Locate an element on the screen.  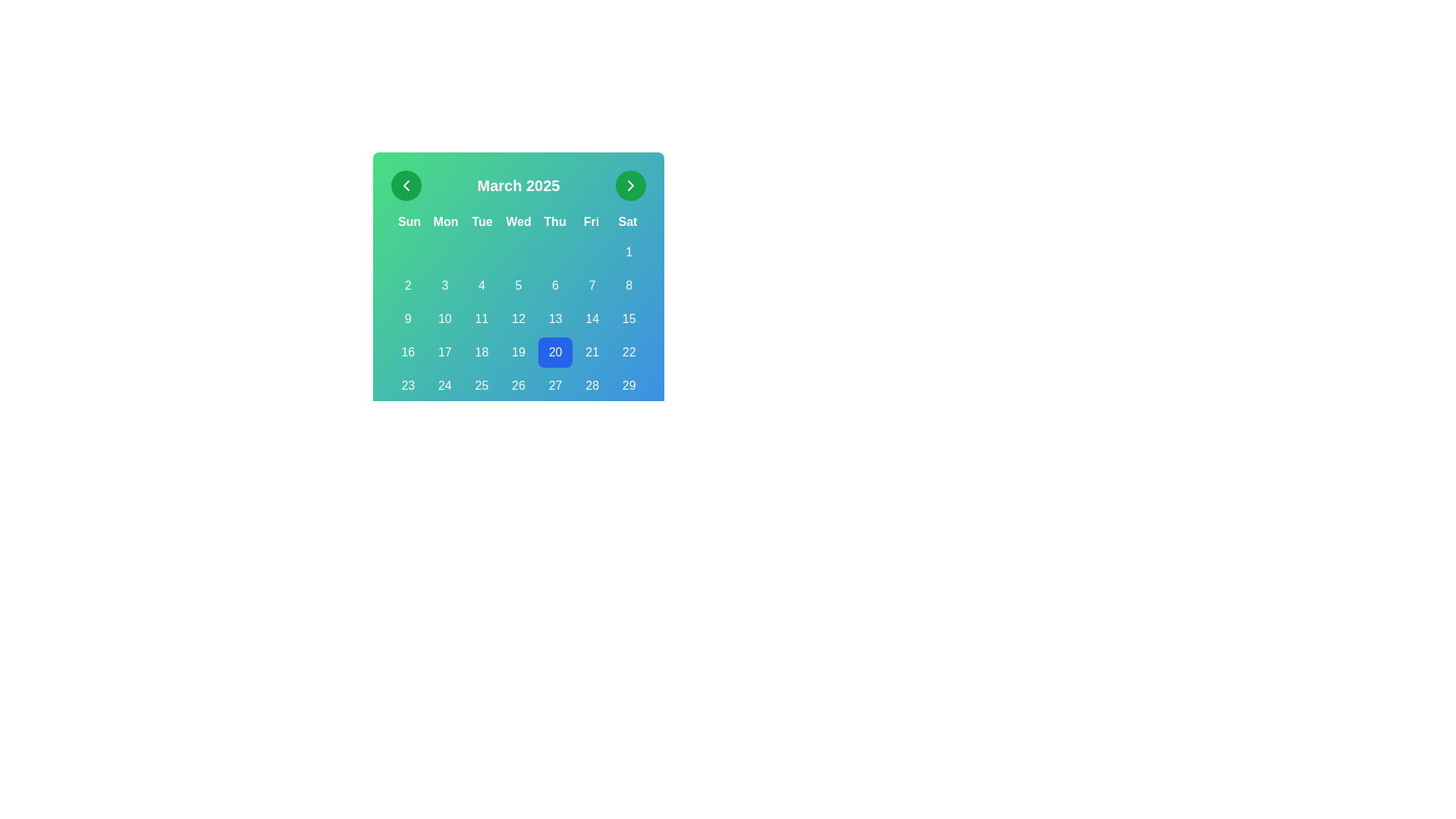
the rounded square button with a light green background containing the number '9' is located at coordinates (408, 318).